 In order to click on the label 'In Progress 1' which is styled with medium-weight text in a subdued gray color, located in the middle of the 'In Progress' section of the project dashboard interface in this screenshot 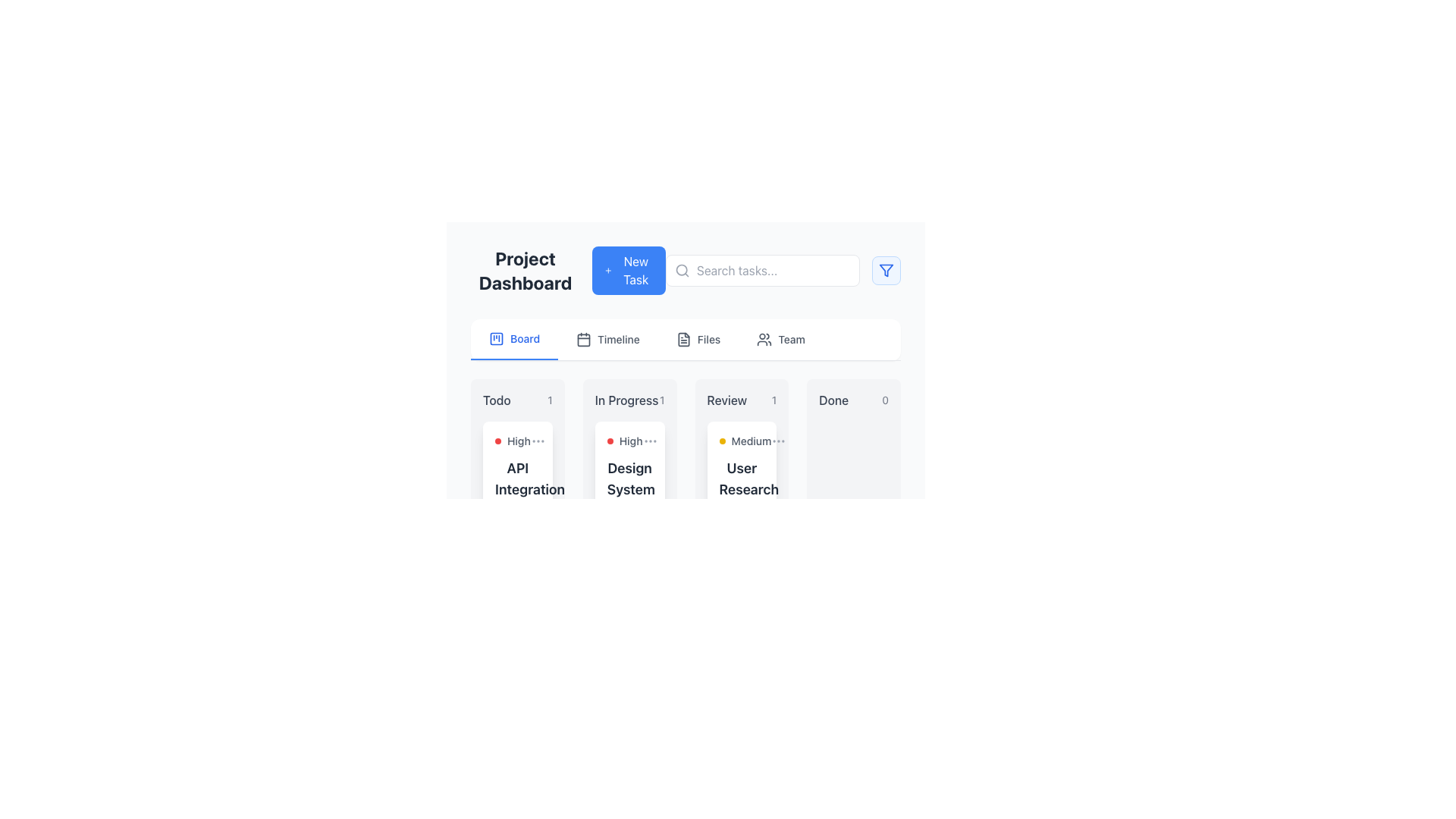, I will do `click(629, 400)`.